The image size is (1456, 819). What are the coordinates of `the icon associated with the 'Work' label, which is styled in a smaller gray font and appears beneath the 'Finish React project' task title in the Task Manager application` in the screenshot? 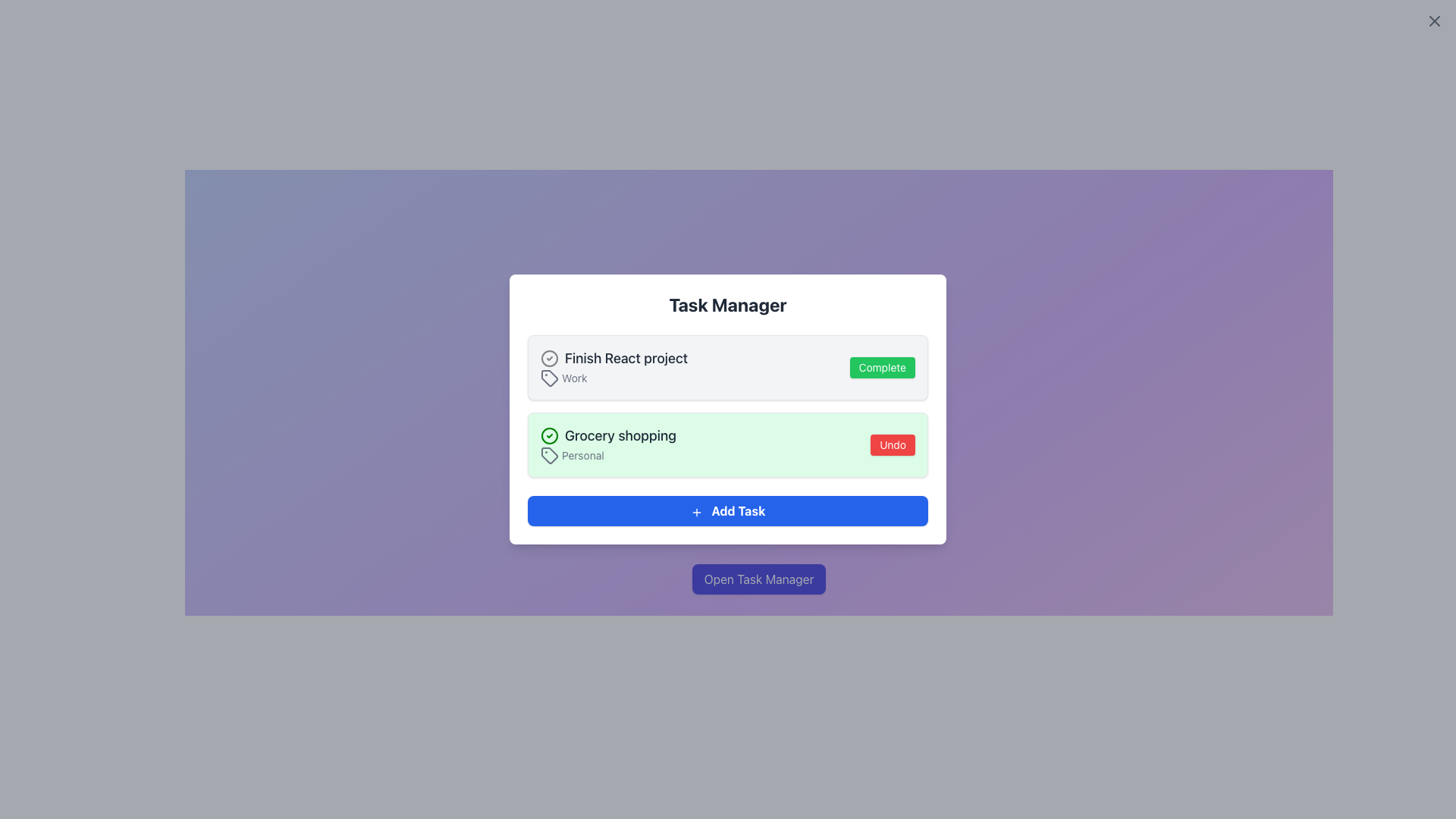 It's located at (614, 377).